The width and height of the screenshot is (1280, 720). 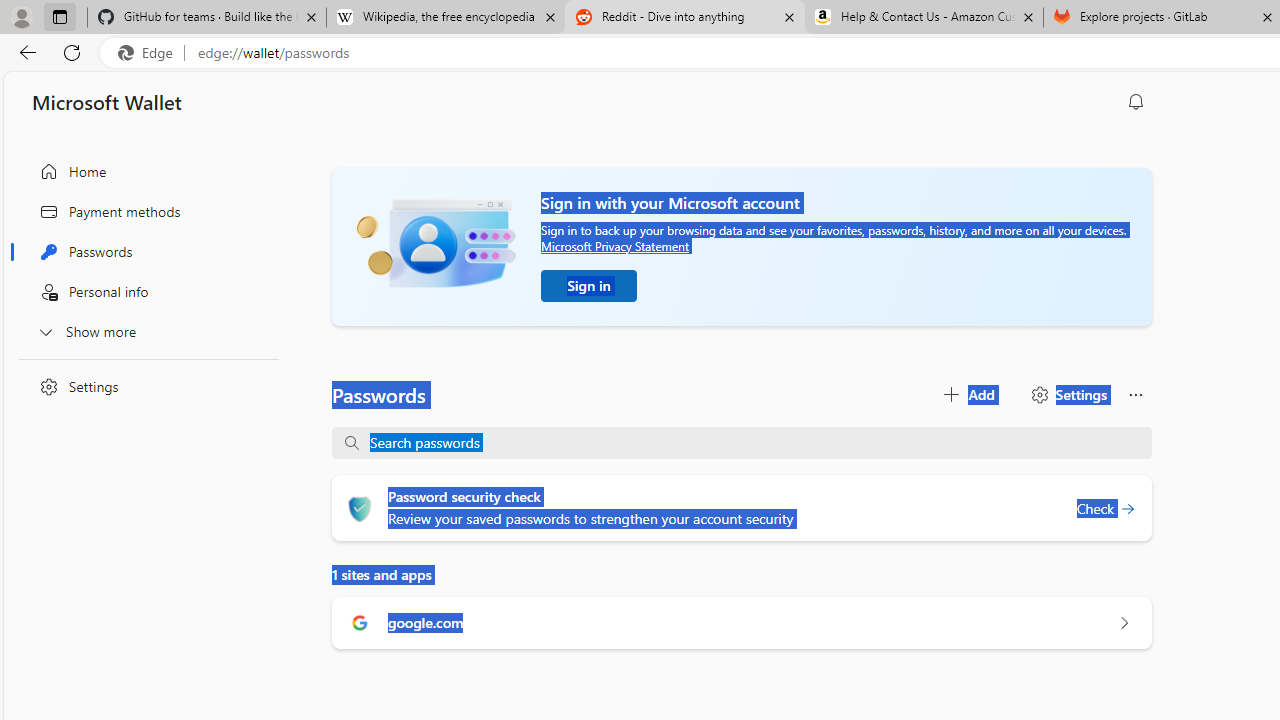 I want to click on 'Show more', so click(x=143, y=330).